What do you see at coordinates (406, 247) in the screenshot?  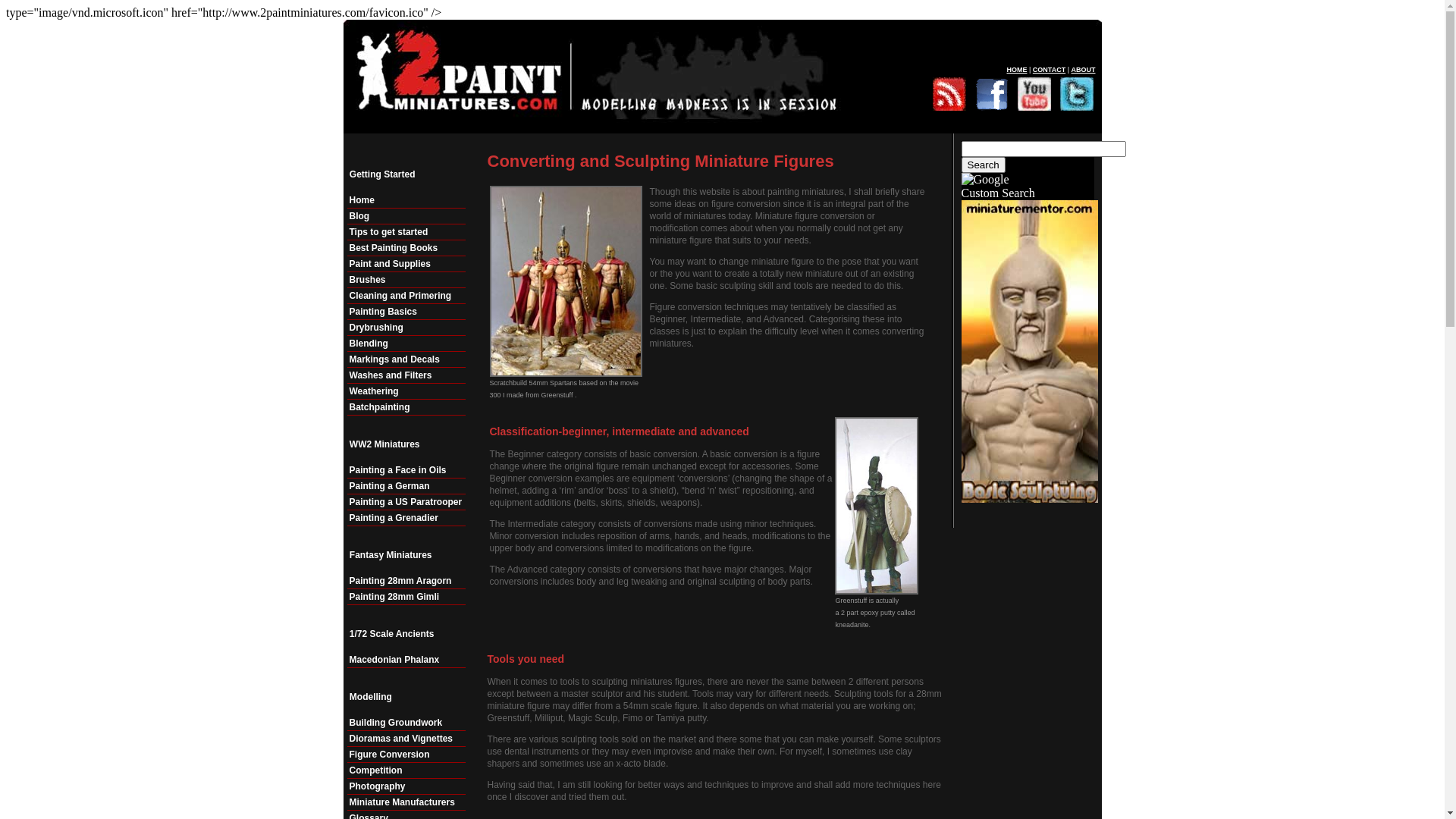 I see `'Best Painting Books'` at bounding box center [406, 247].